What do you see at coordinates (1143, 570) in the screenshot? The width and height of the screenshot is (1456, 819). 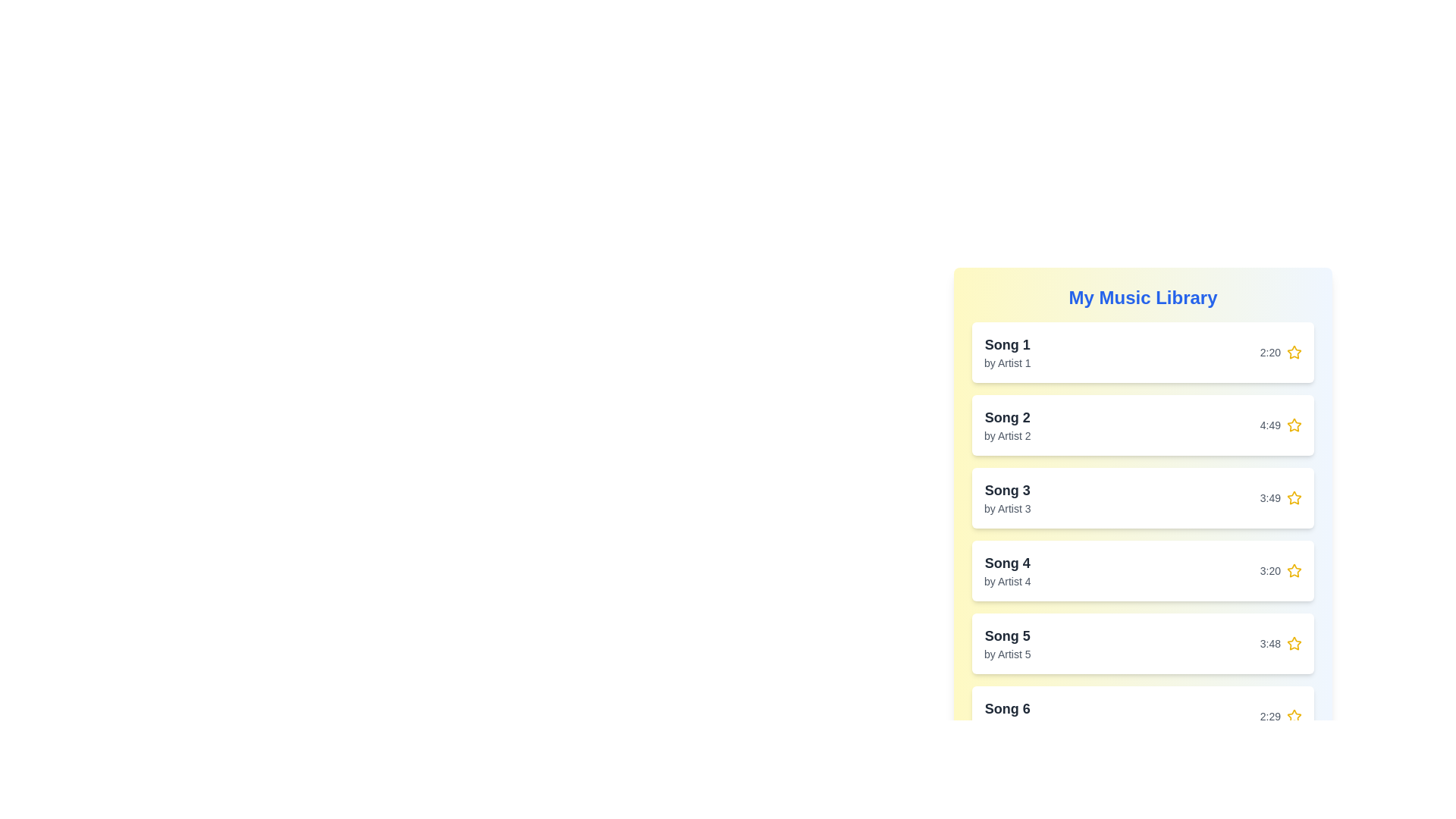 I see `text details of the fourth track in the music library, which includes the title, artist, and duration displayed in the list item` at bounding box center [1143, 570].